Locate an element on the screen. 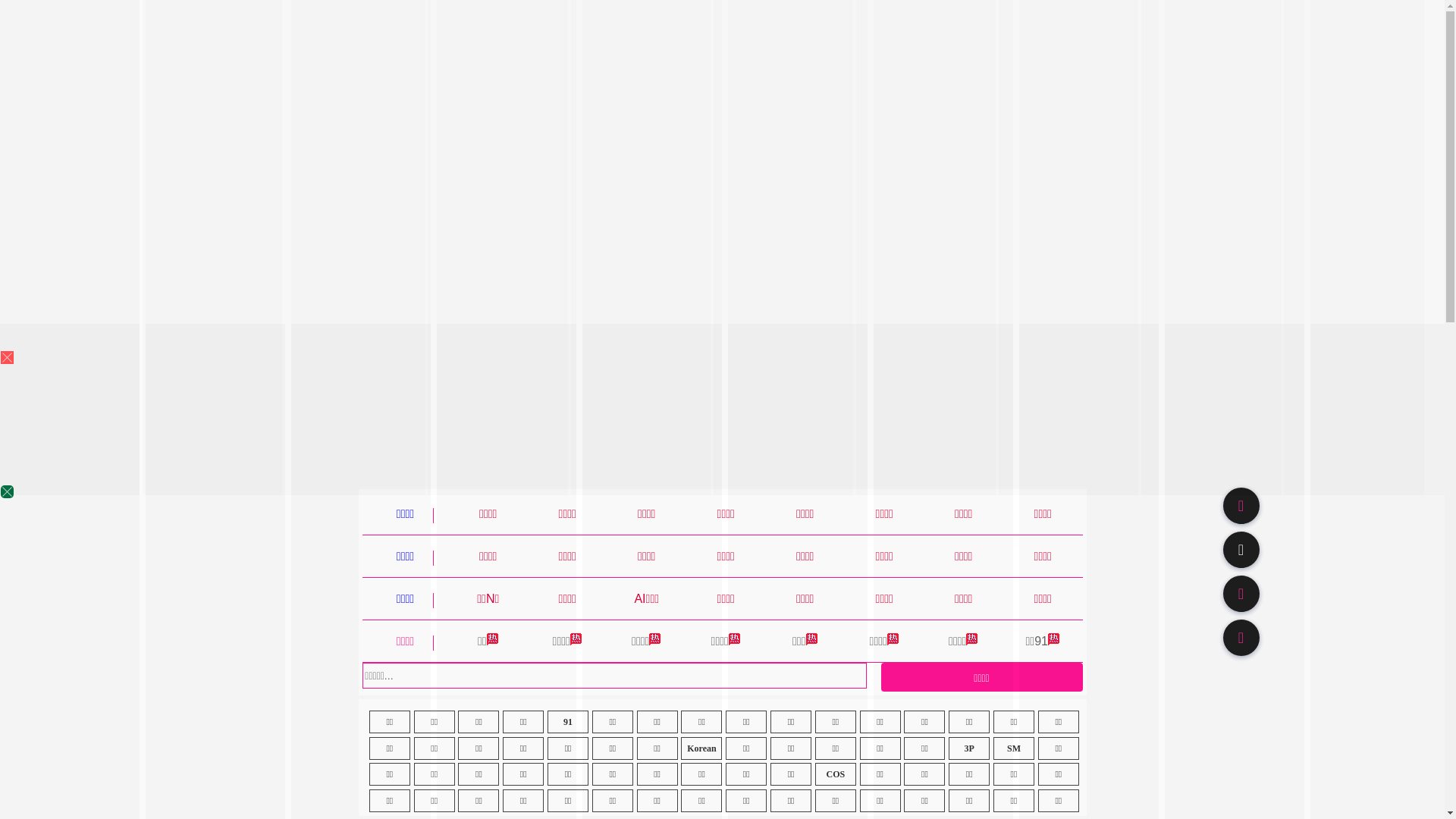  '3P' is located at coordinates (968, 748).